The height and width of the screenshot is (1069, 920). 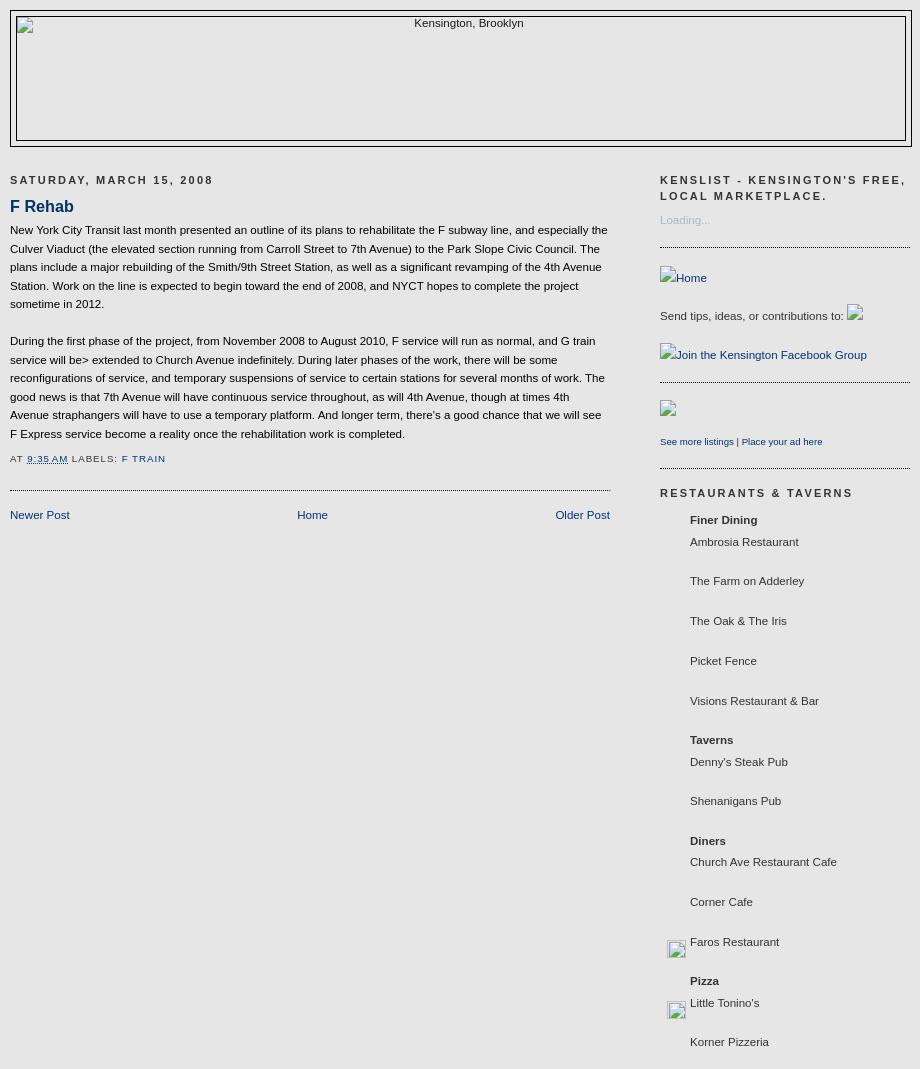 I want to click on 'Finer Dining', so click(x=723, y=518).